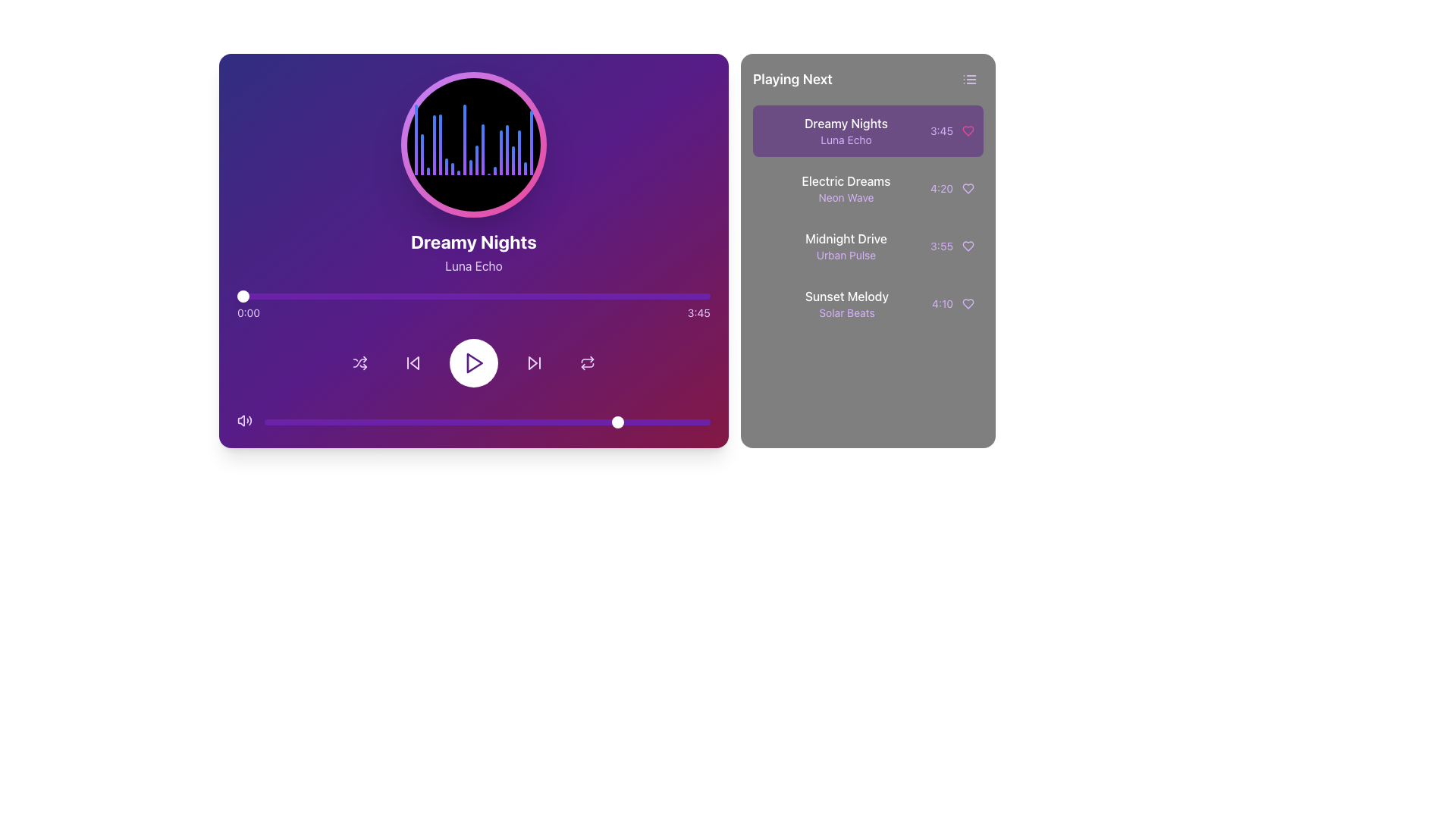 The width and height of the screenshot is (1456, 819). What do you see at coordinates (472, 265) in the screenshot?
I see `the static text label located directly beneath the 'Dreamy Nights' title in the central music player section` at bounding box center [472, 265].